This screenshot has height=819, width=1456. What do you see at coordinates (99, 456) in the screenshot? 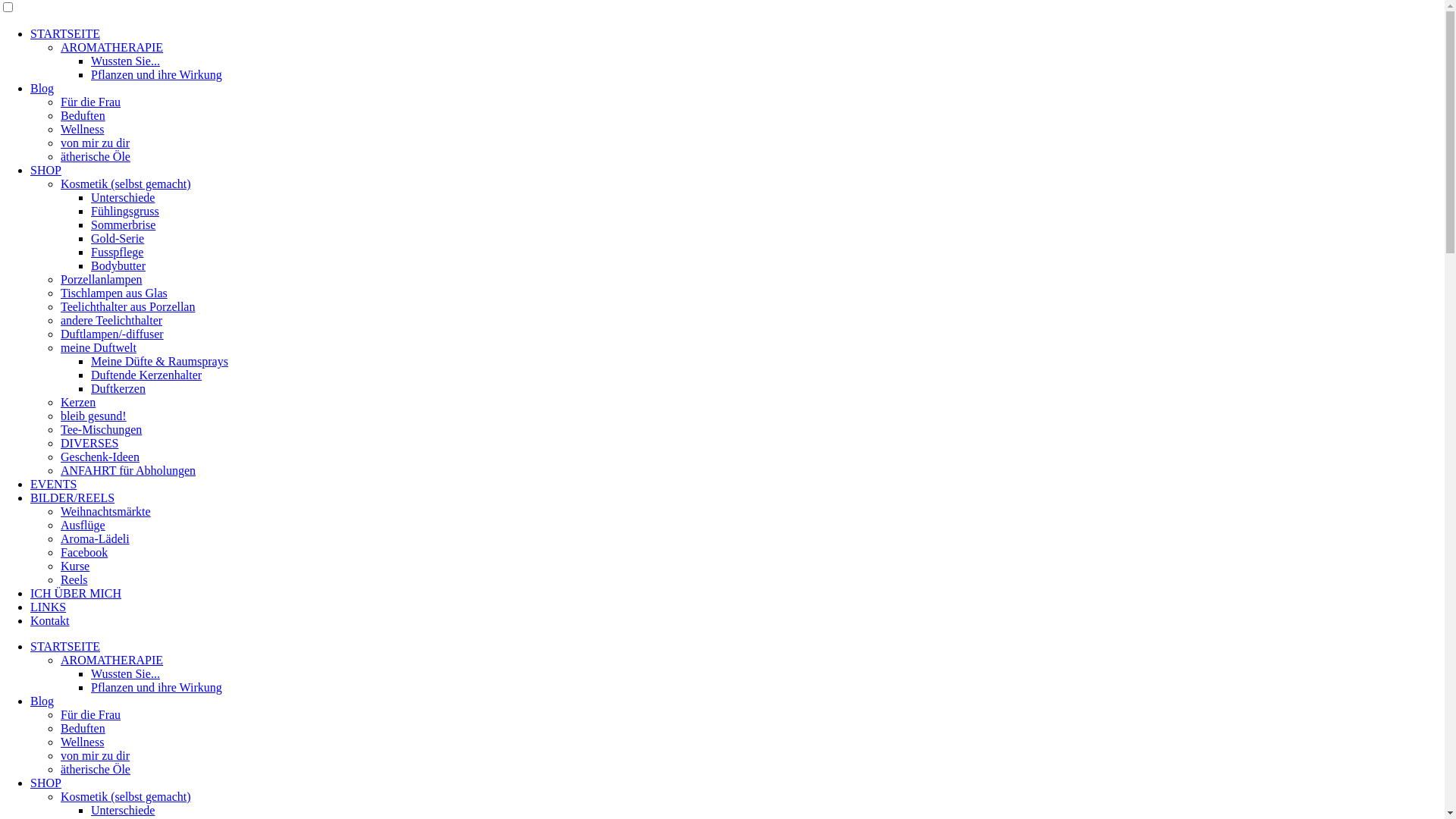
I see `'Geschenk-Ideen'` at bounding box center [99, 456].